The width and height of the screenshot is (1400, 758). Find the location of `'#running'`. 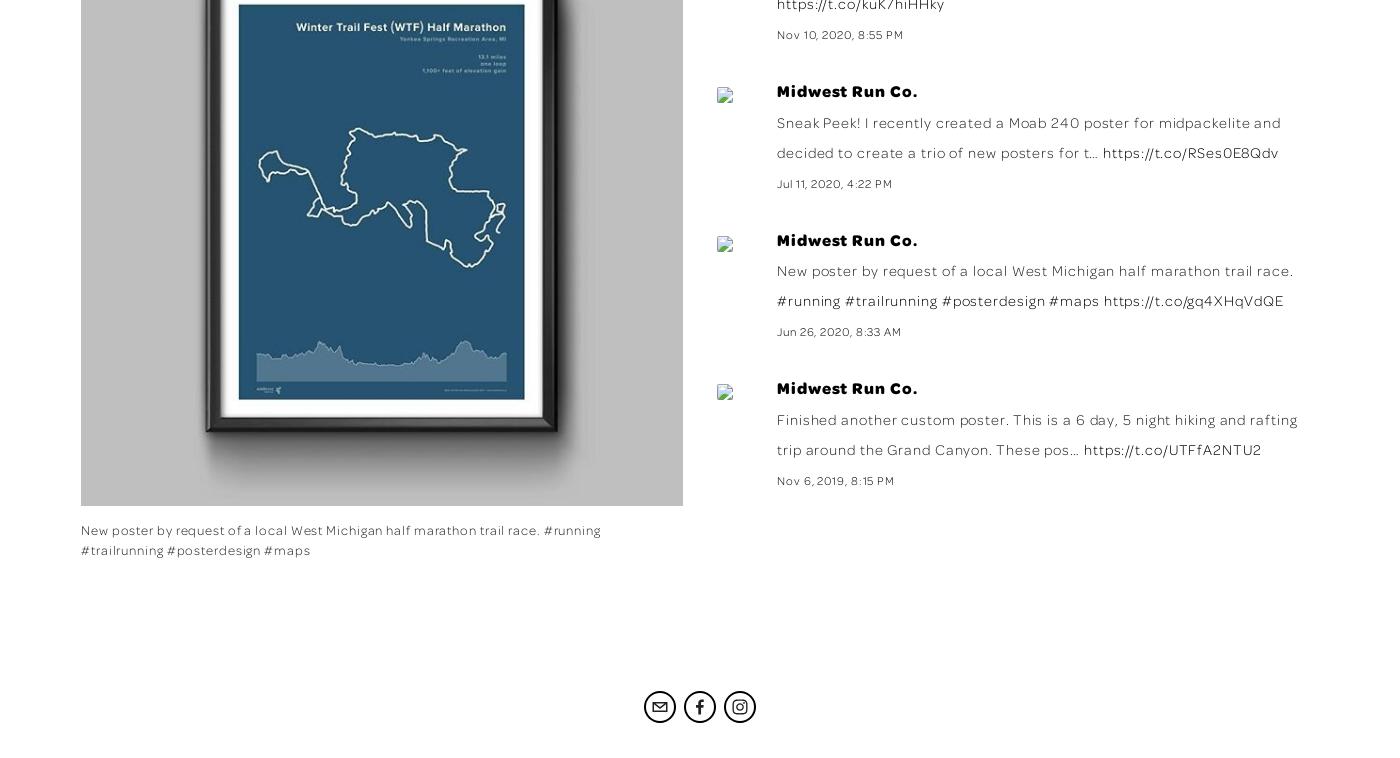

'#running' is located at coordinates (809, 300).